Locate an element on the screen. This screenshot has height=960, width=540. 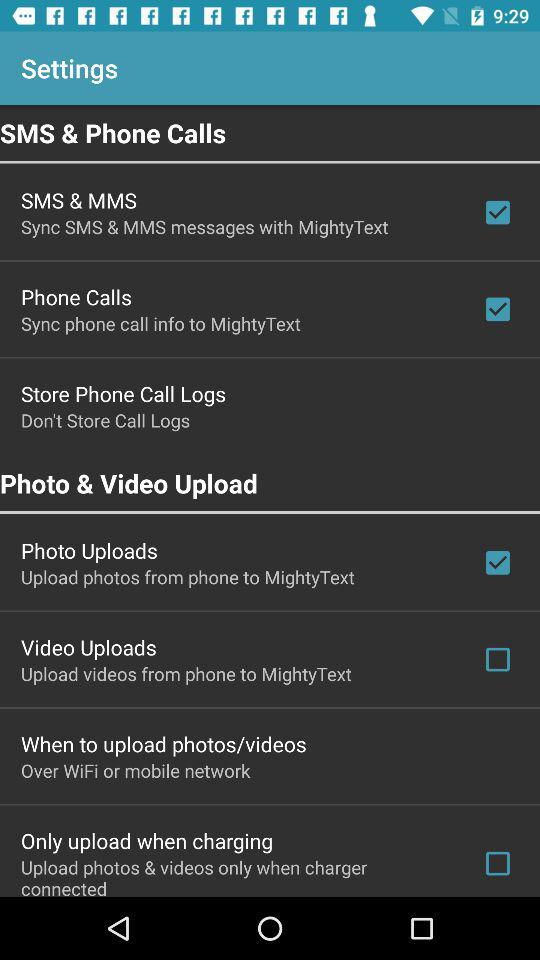
the item below when to upload icon is located at coordinates (135, 769).